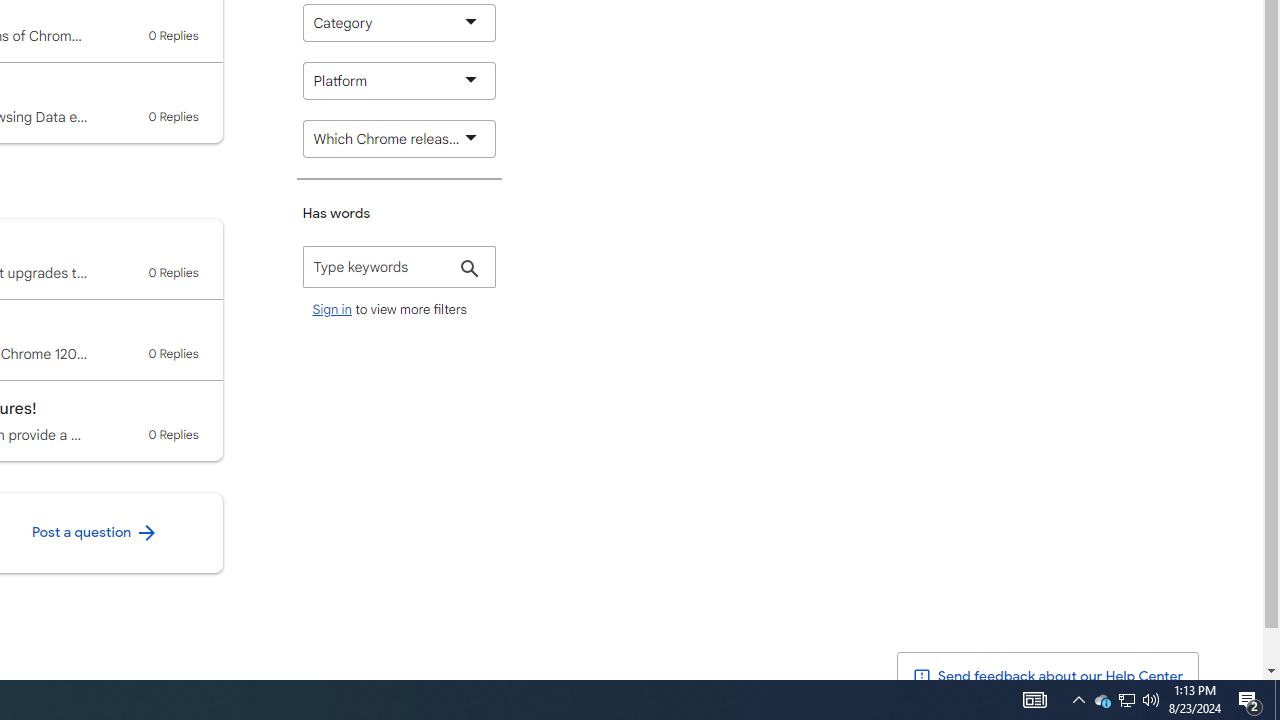 The height and width of the screenshot is (720, 1280). Describe the element at coordinates (1047, 676) in the screenshot. I see `' Send feedback about our Help Center'` at that location.